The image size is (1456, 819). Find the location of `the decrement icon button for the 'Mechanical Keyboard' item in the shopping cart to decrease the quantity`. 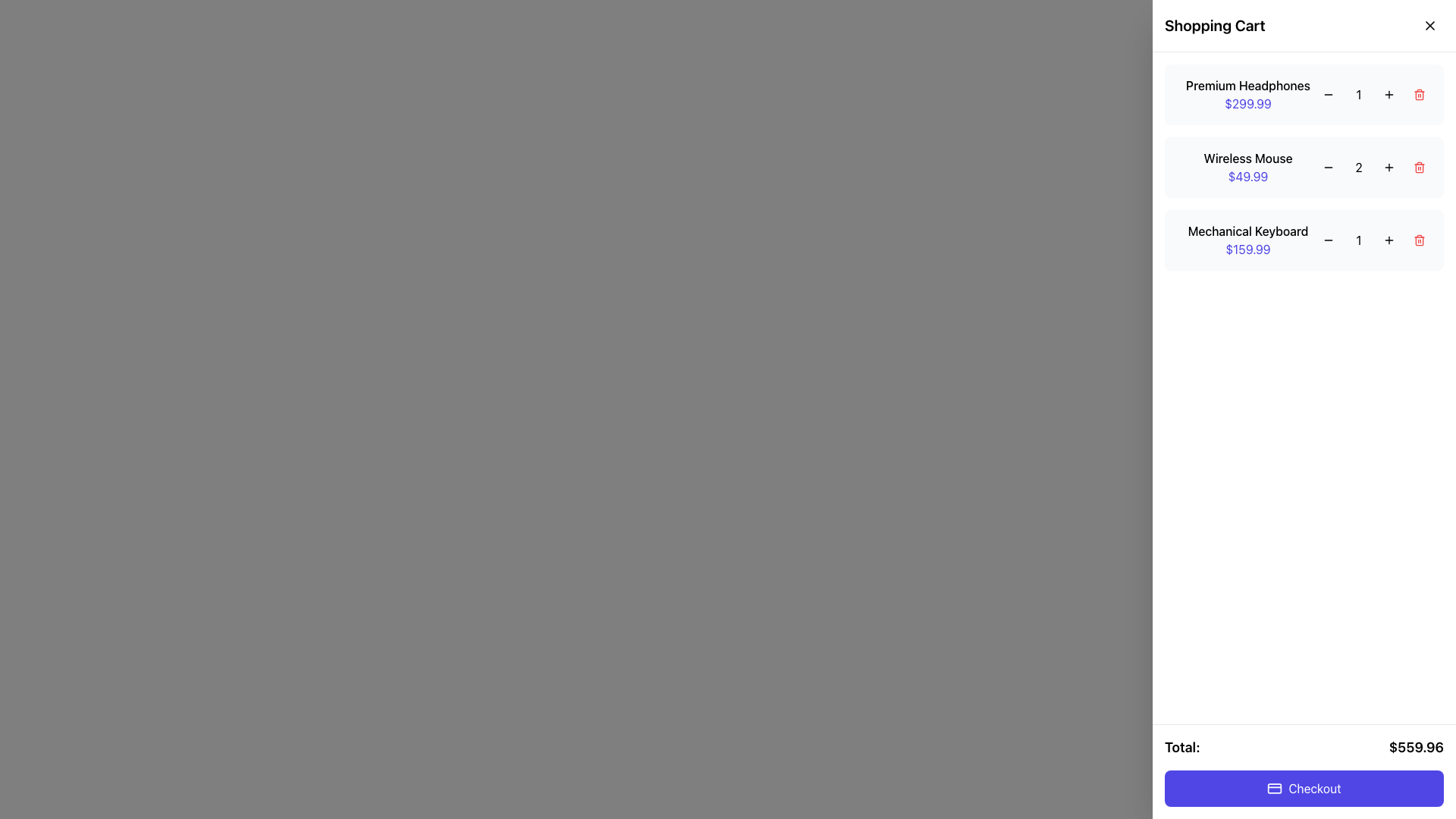

the decrement icon button for the 'Mechanical Keyboard' item in the shopping cart to decrease the quantity is located at coordinates (1328, 239).